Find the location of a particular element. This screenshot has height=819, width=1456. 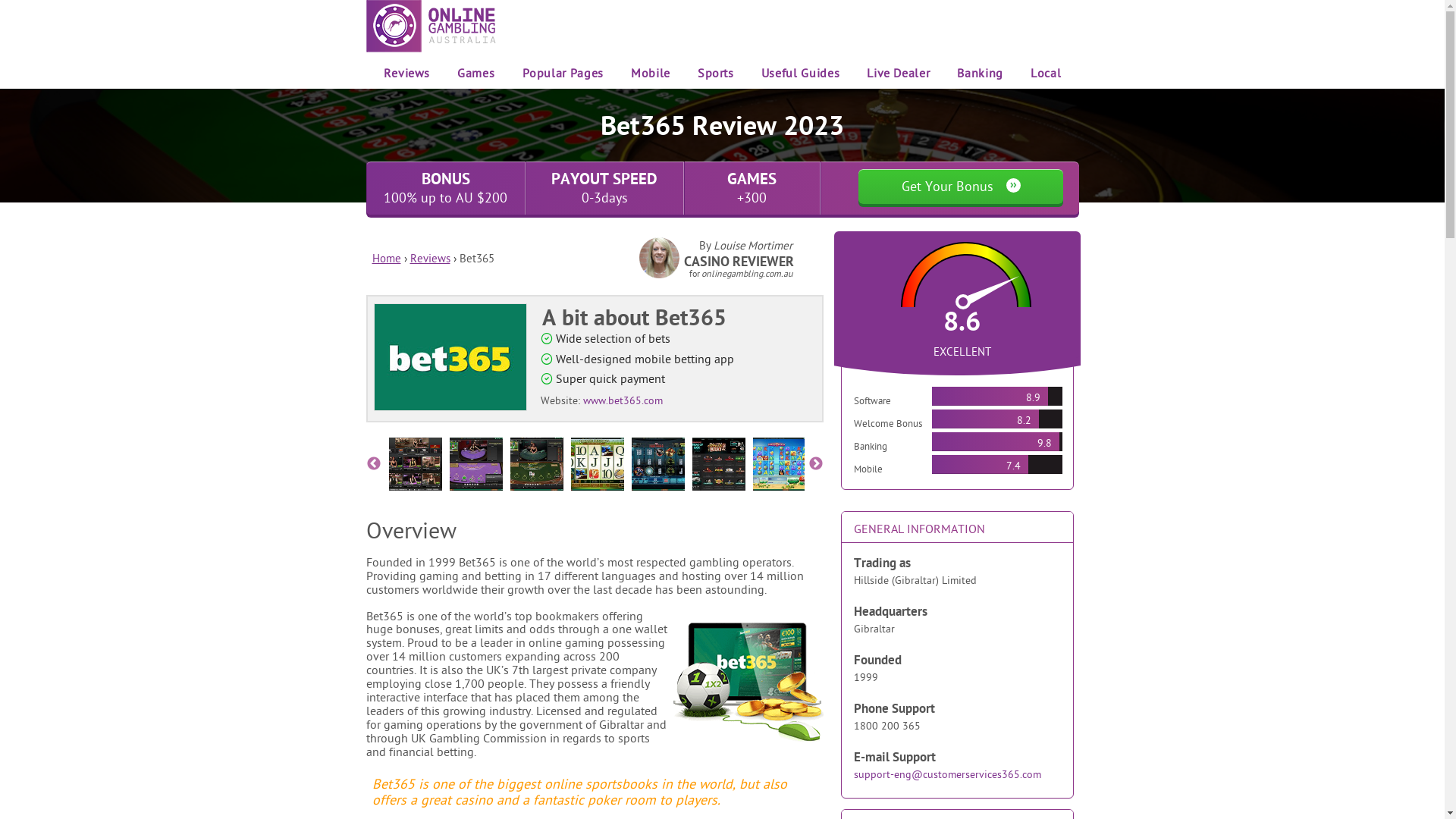

'Useful Guides' is located at coordinates (761, 73).